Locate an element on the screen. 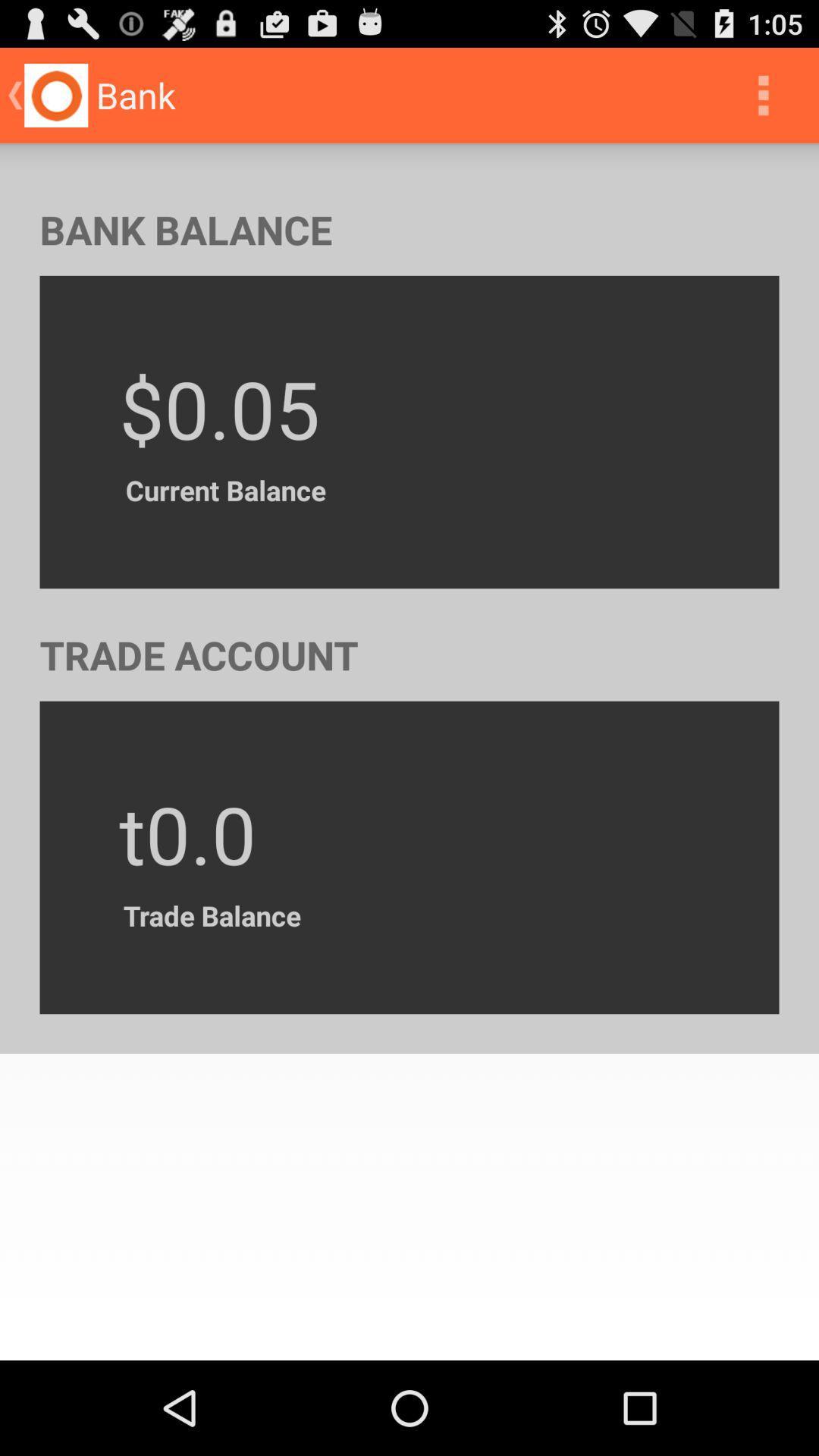 This screenshot has height=1456, width=819. the icon at the top right corner is located at coordinates (763, 94).